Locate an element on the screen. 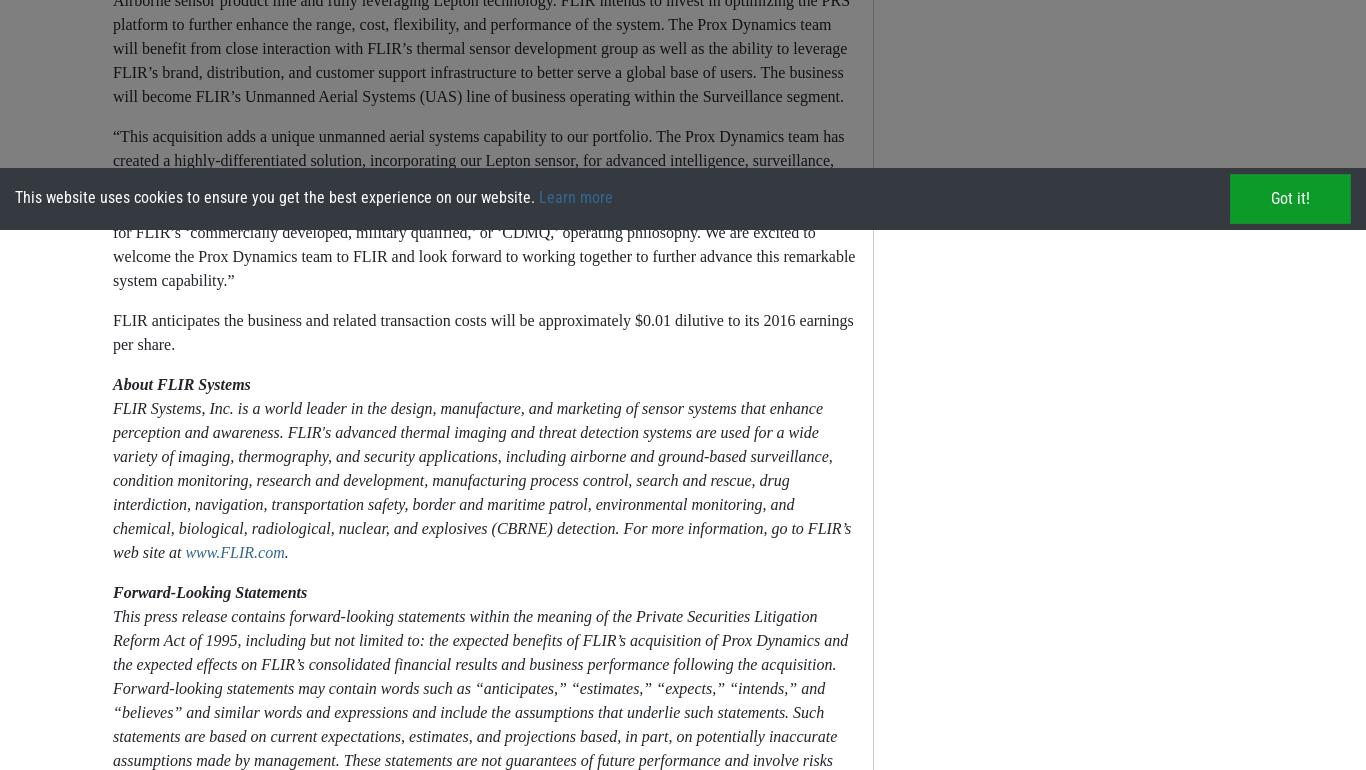 This screenshot has width=1366, height=770. 'About FLIR Systems' is located at coordinates (180, 383).